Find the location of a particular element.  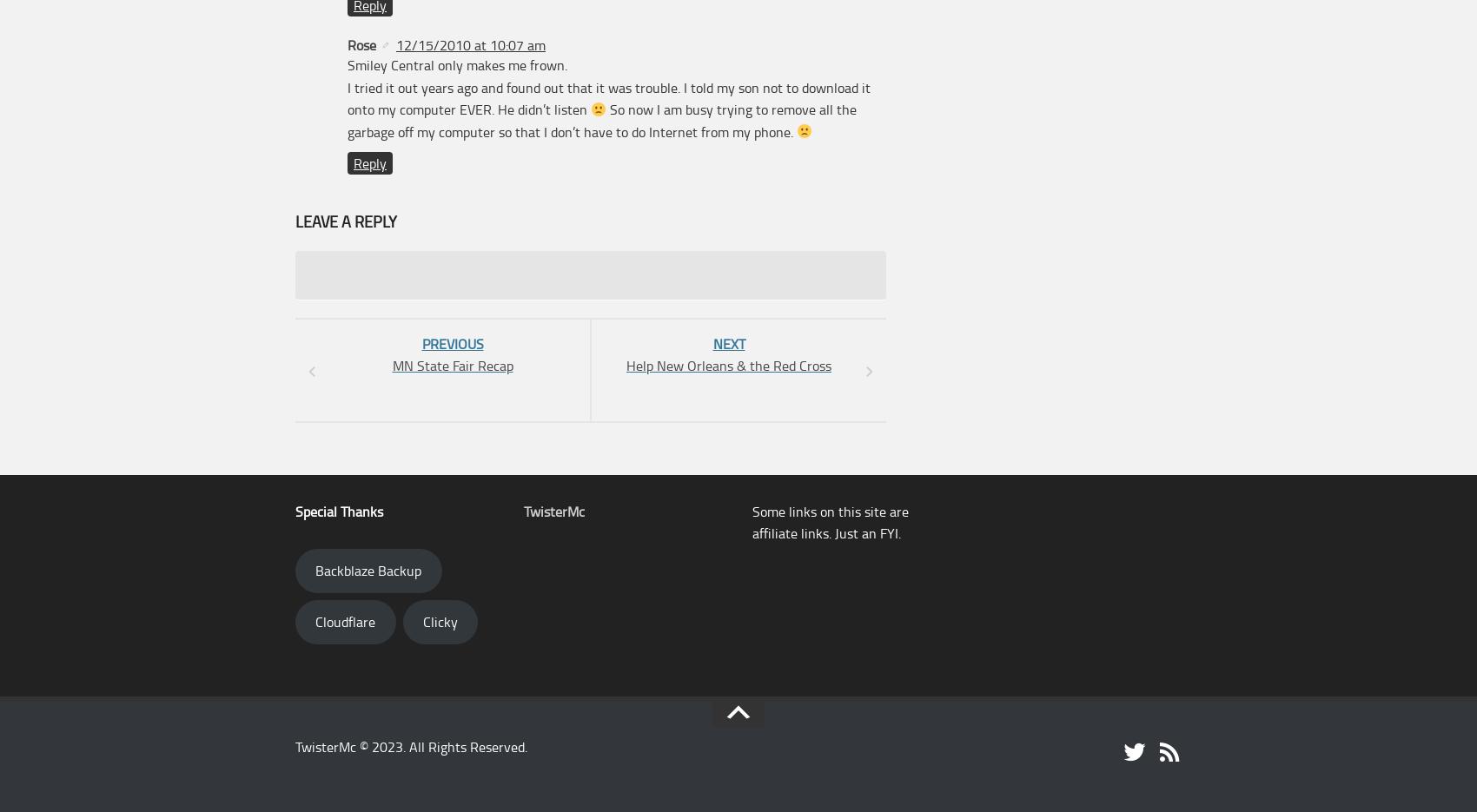

'Smiley Central only makes me frown.' is located at coordinates (347, 64).